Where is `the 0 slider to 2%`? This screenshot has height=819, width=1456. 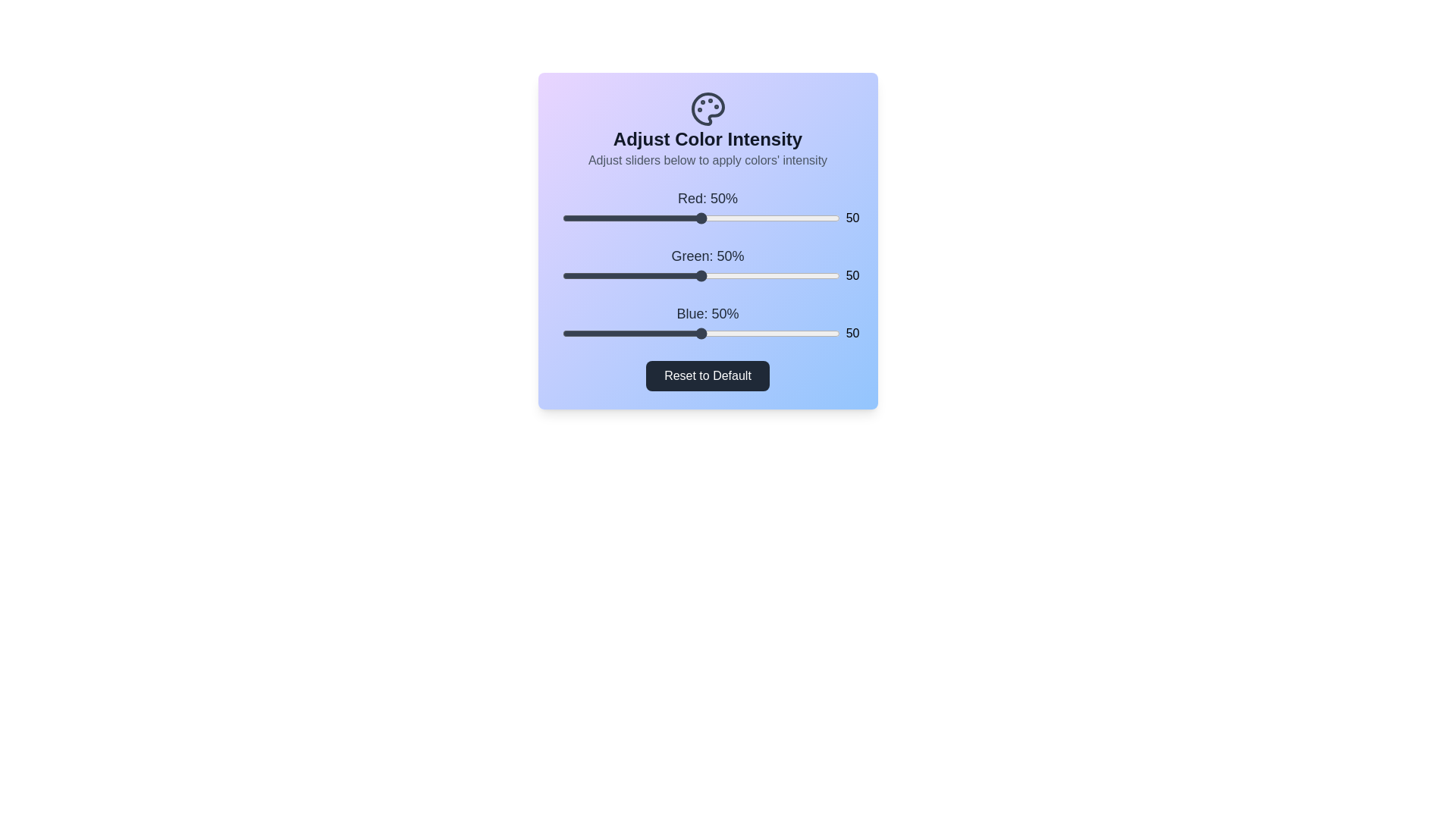
the 0 slider to 2% is located at coordinates (566, 218).